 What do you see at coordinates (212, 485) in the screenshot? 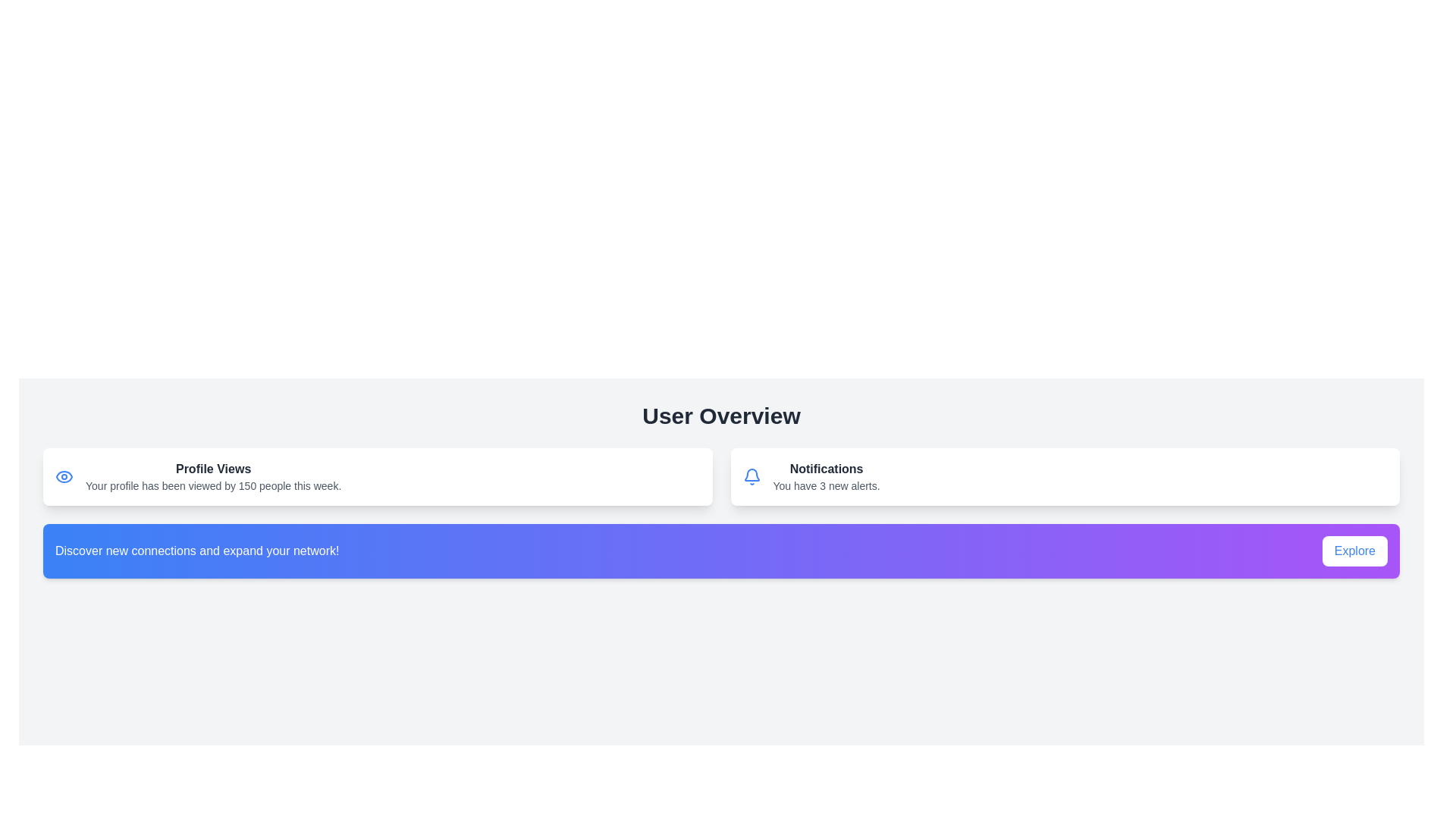
I see `the static text displaying the number of profile views received in the past week, located beneath the 'Profile Views' text in the statistics panel` at bounding box center [212, 485].